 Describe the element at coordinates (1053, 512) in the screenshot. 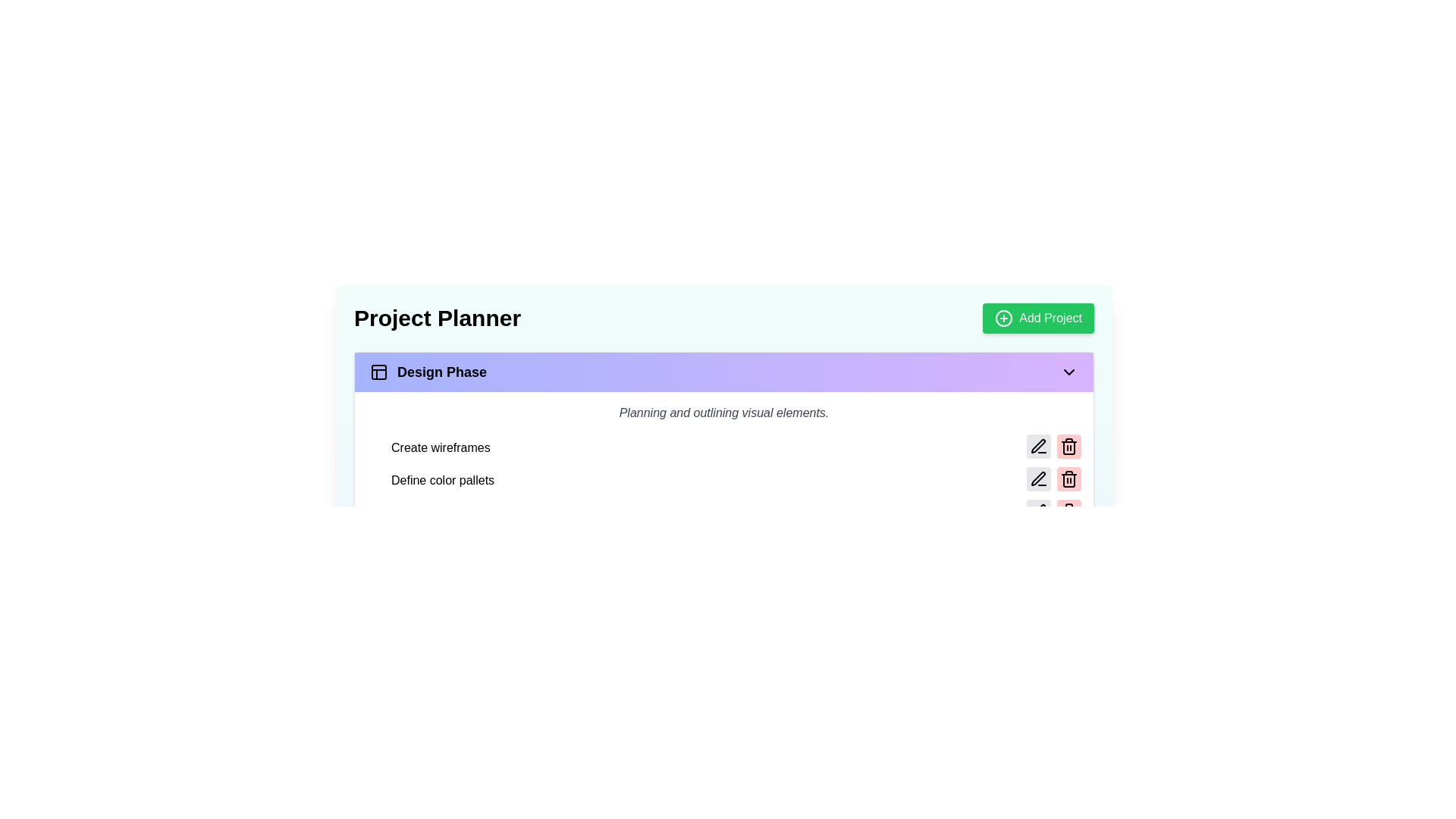

I see `the trashcan button located in the bottom-right corner of the task row labeled 'Design mockups'` at that location.